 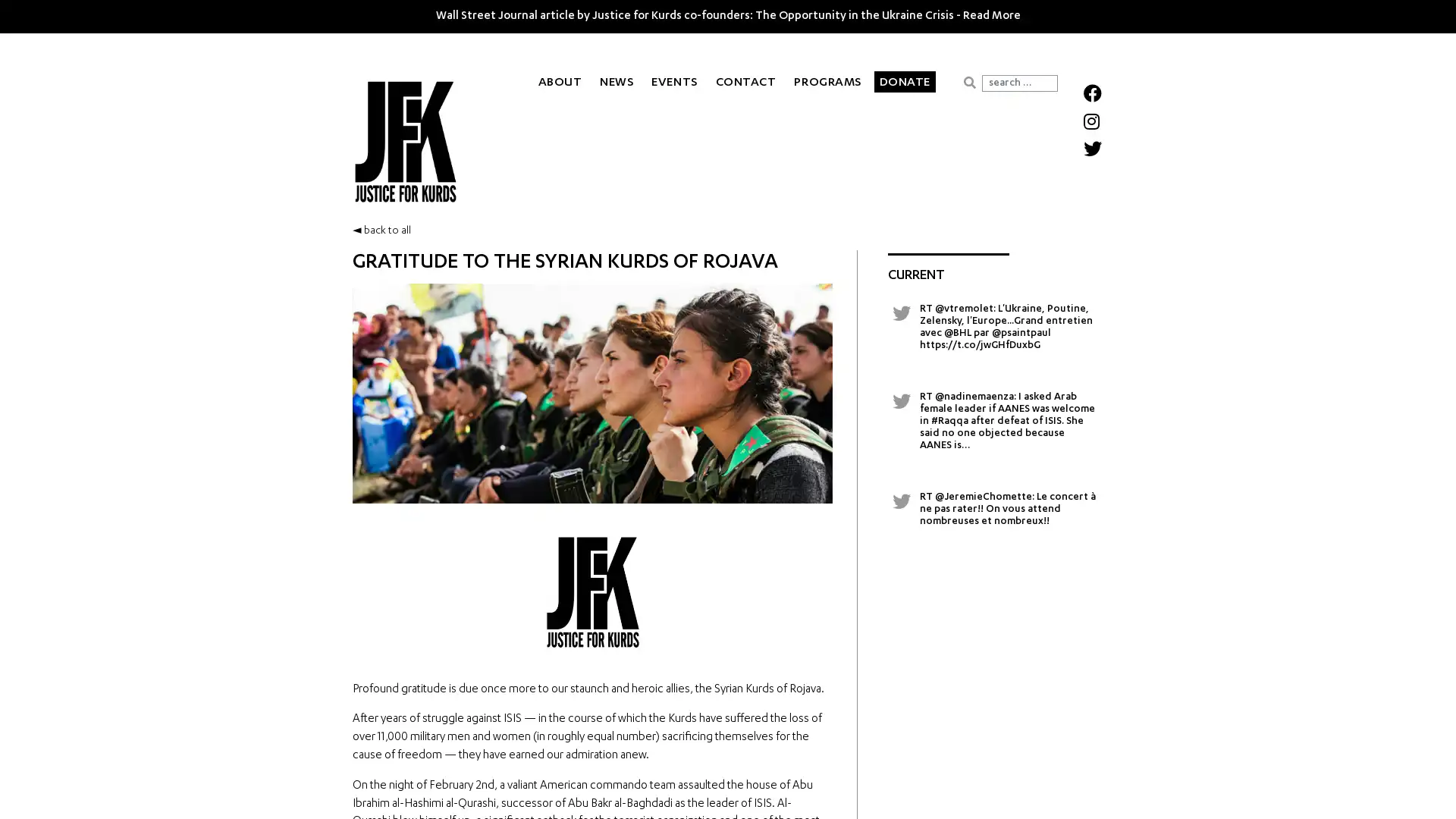 What do you see at coordinates (968, 82) in the screenshot?
I see `Search` at bounding box center [968, 82].